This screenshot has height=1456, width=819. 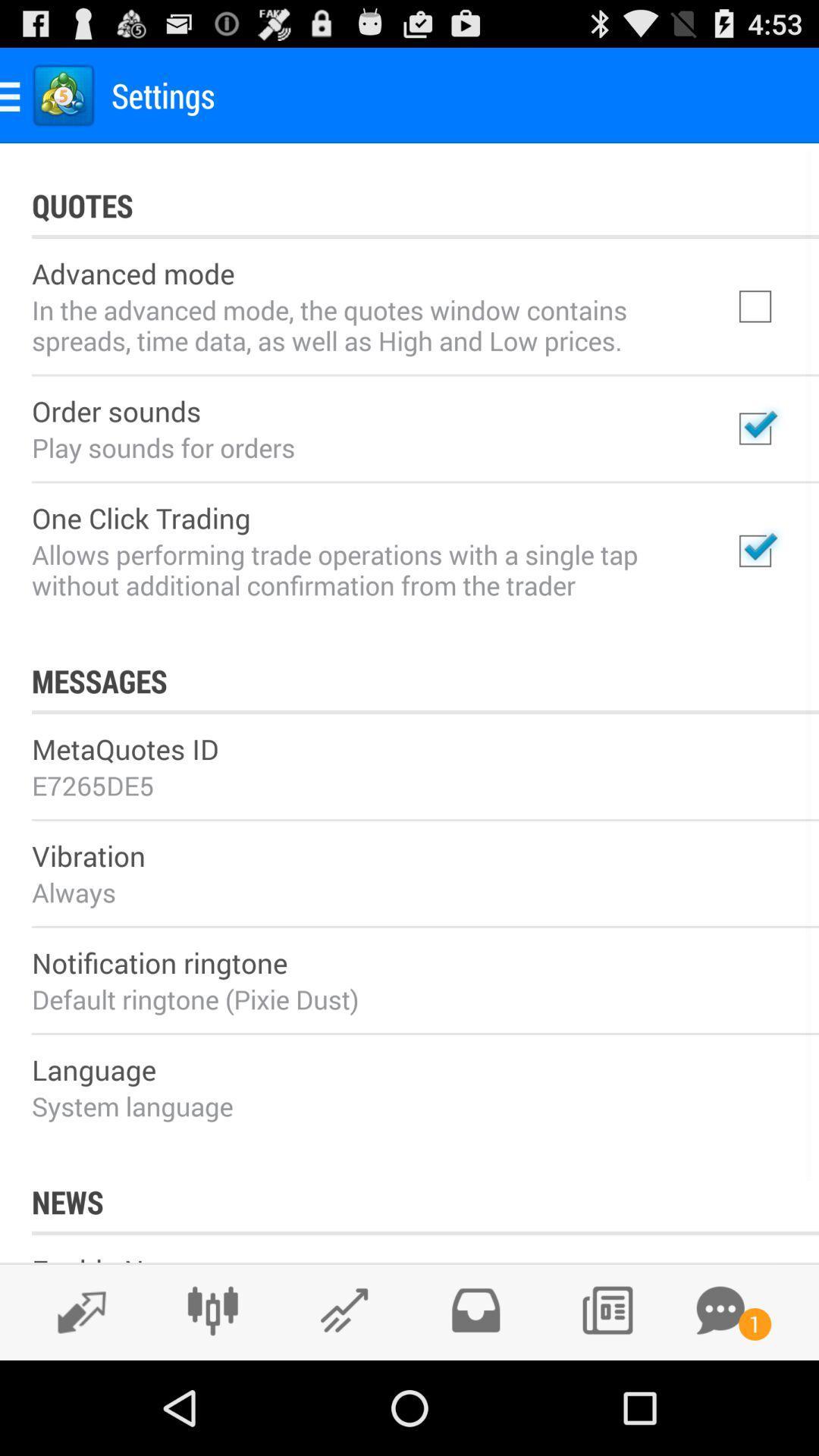 What do you see at coordinates (74, 1402) in the screenshot?
I see `the edit icon` at bounding box center [74, 1402].